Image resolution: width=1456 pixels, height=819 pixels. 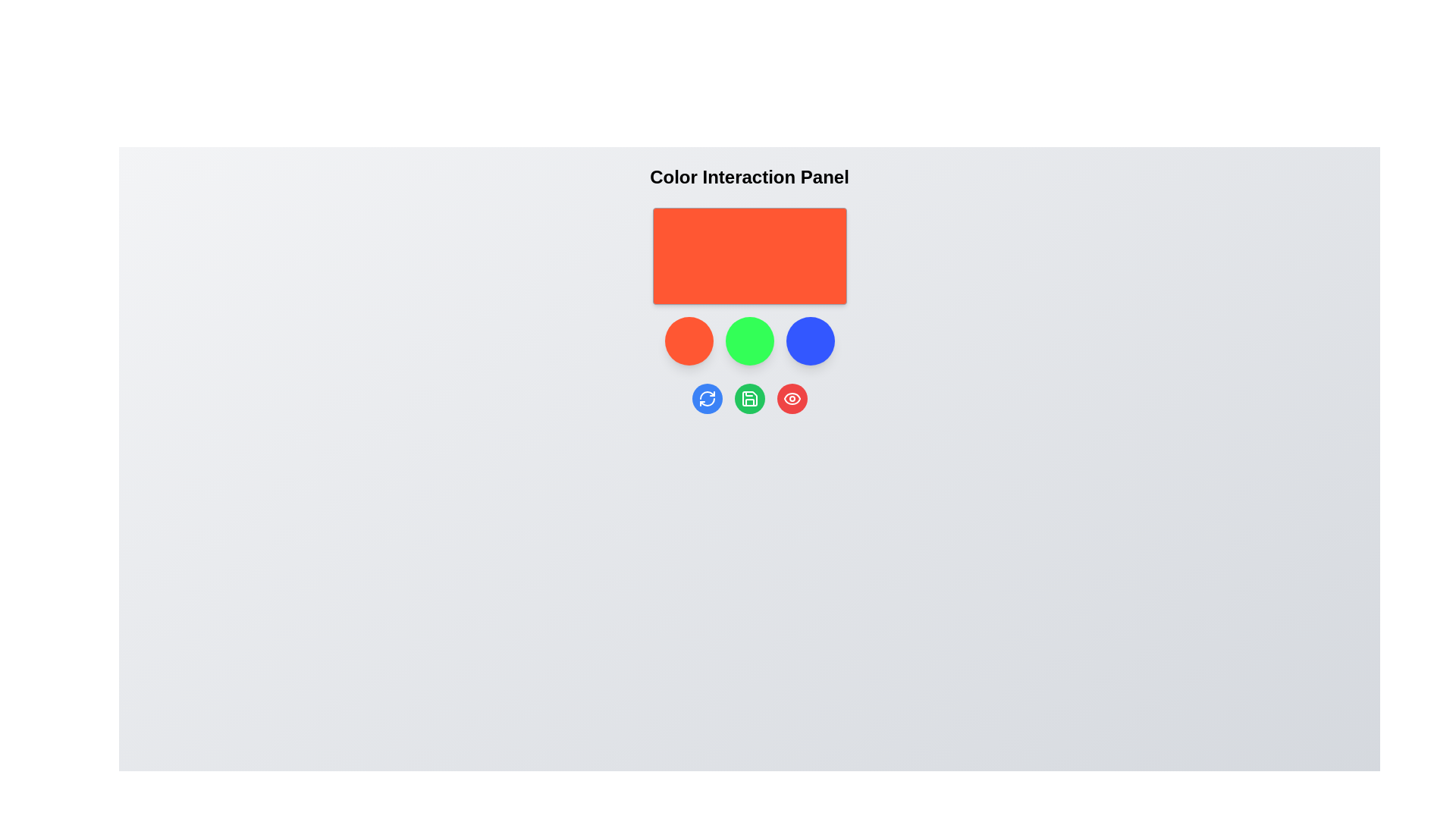 What do you see at coordinates (749, 397) in the screenshot?
I see `the green circular save icon button located in the Color Interaction Panel, which is the third button from the left` at bounding box center [749, 397].